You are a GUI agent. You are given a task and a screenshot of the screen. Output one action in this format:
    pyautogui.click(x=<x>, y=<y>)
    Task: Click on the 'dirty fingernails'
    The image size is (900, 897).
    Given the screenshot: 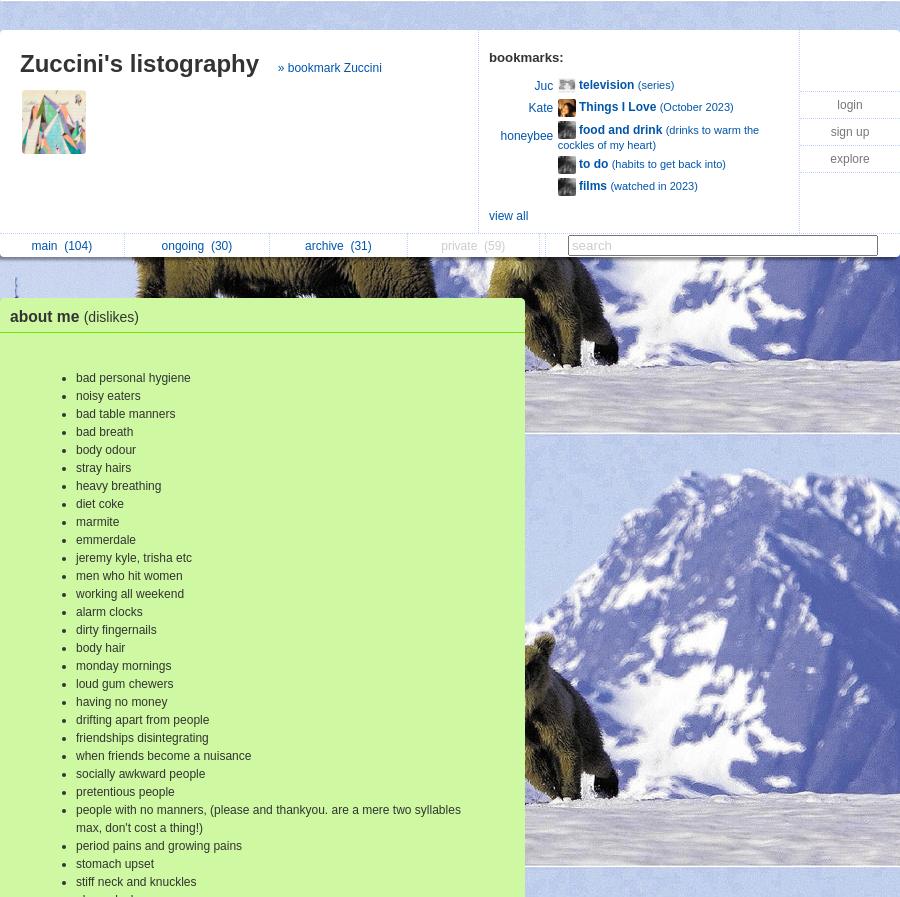 What is the action you would take?
    pyautogui.click(x=116, y=629)
    